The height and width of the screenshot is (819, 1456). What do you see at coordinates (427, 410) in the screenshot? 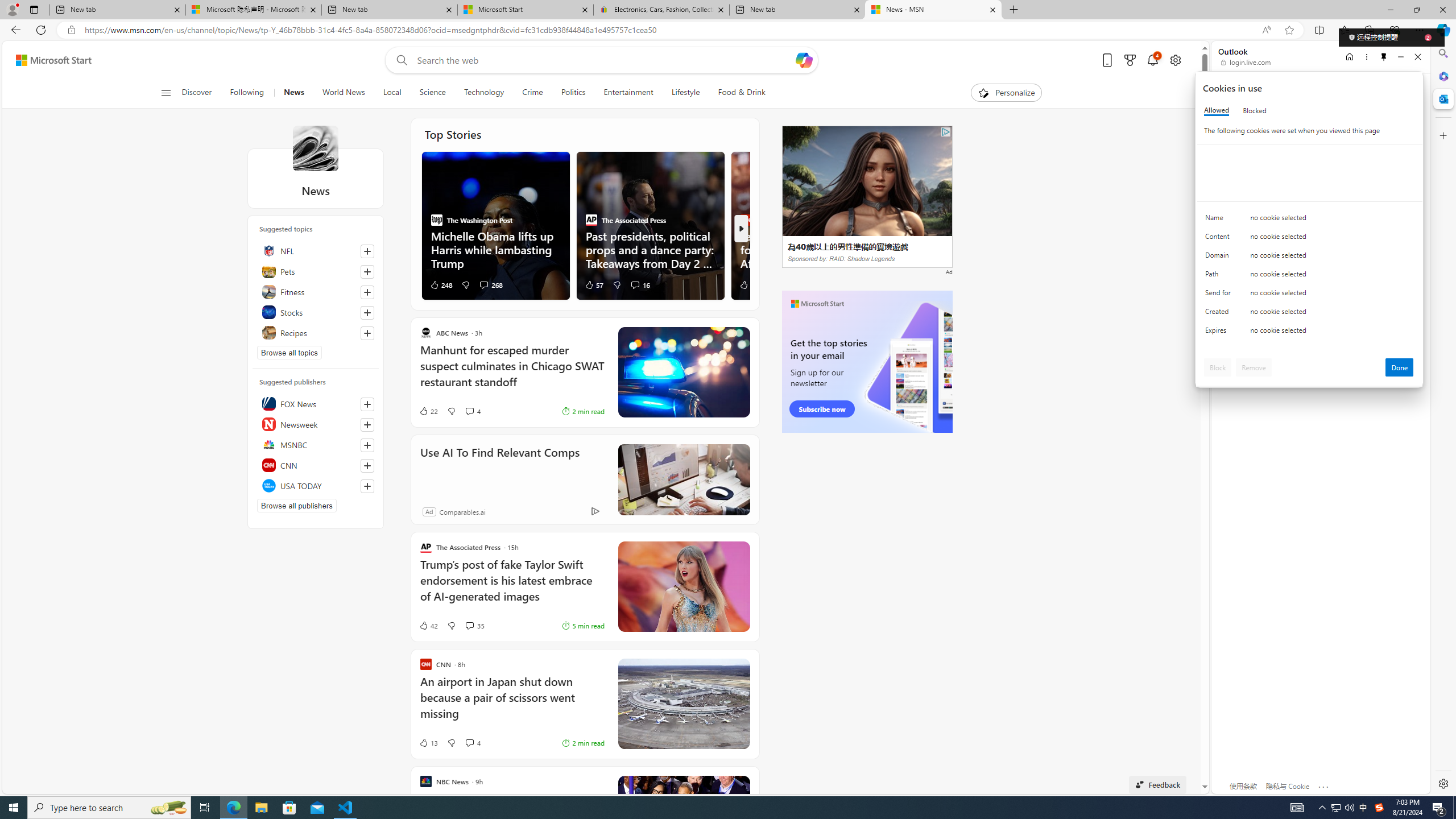
I see `'22 Like'` at bounding box center [427, 410].